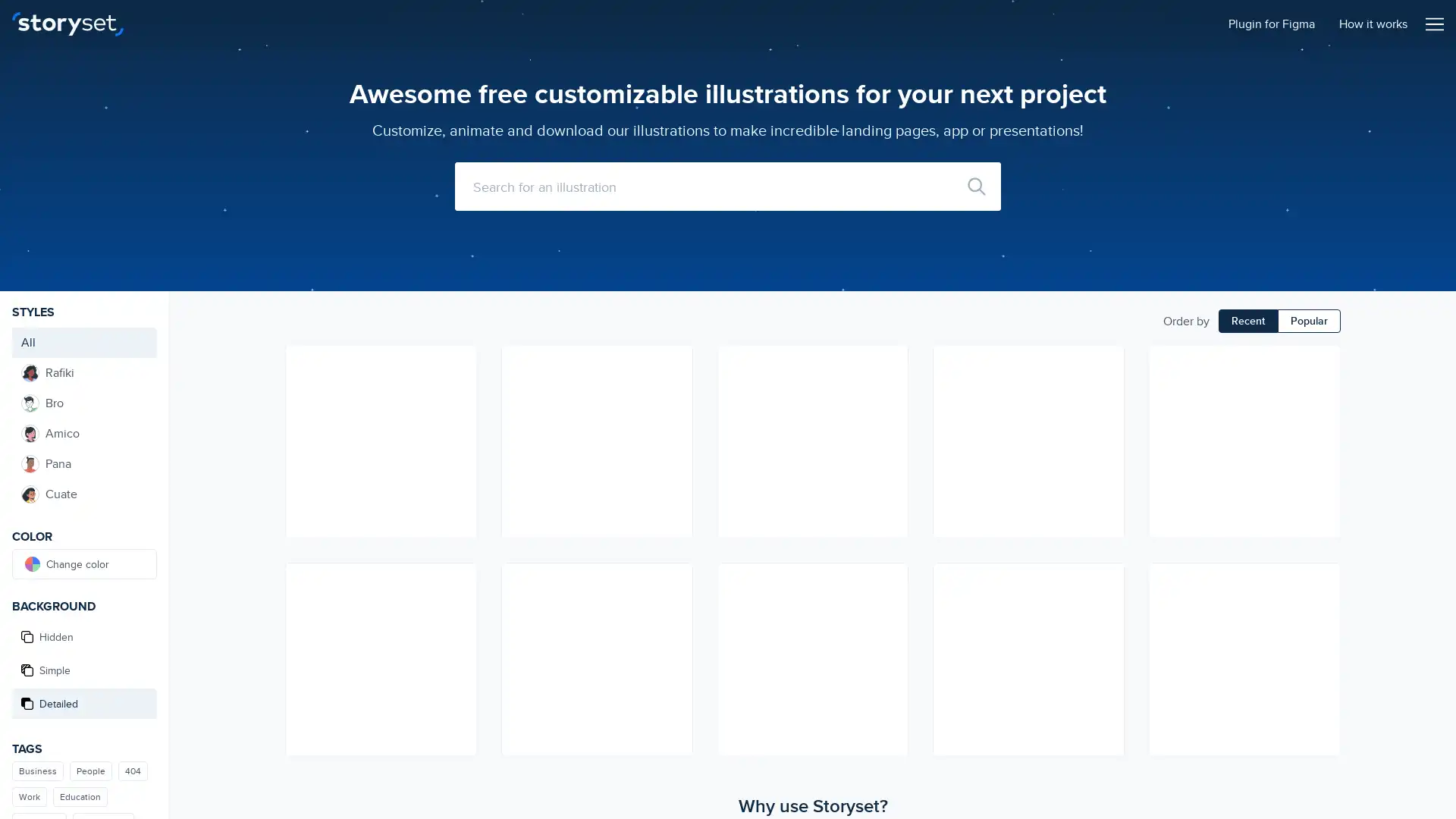 The height and width of the screenshot is (819, 1456). Describe the element at coordinates (976, 186) in the screenshot. I see `Search button` at that location.